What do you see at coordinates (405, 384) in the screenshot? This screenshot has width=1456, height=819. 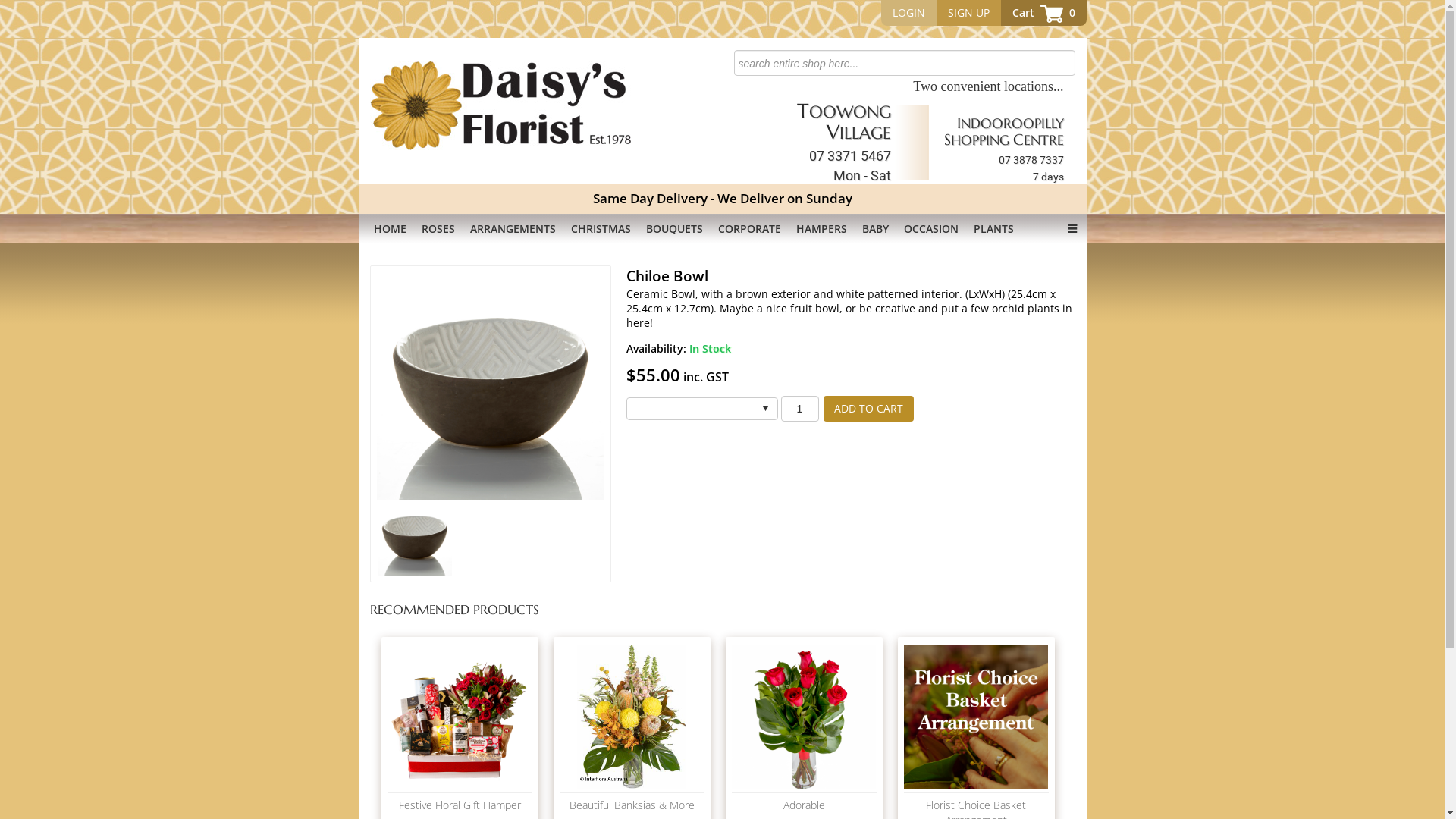 I see `'Previous Image'` at bounding box center [405, 384].